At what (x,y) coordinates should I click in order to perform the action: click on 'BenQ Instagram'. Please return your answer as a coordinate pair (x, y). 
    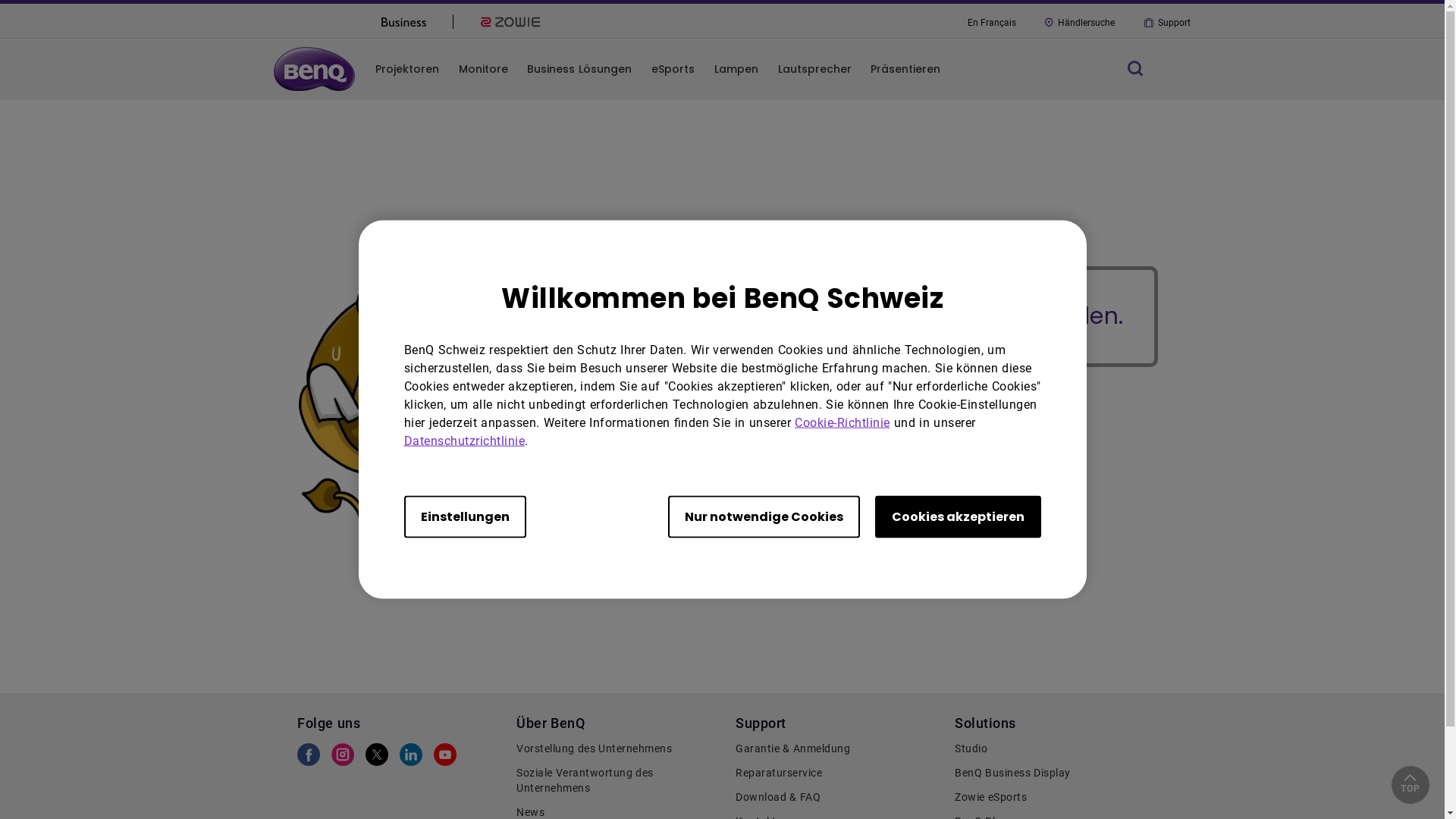
    Looking at the image, I should click on (341, 758).